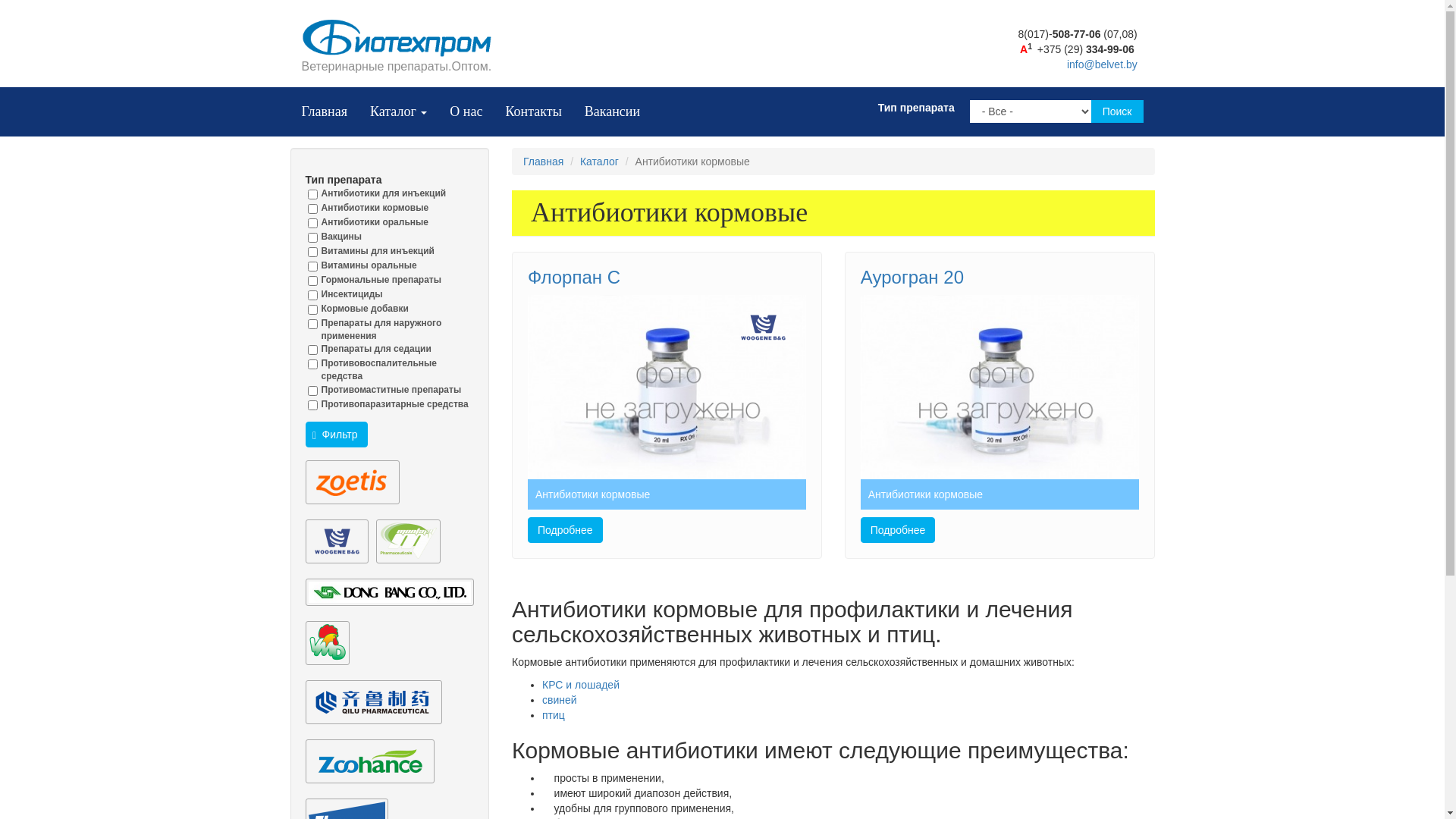 The width and height of the screenshot is (1456, 819). I want to click on 'Woogene B&G', so click(335, 540).